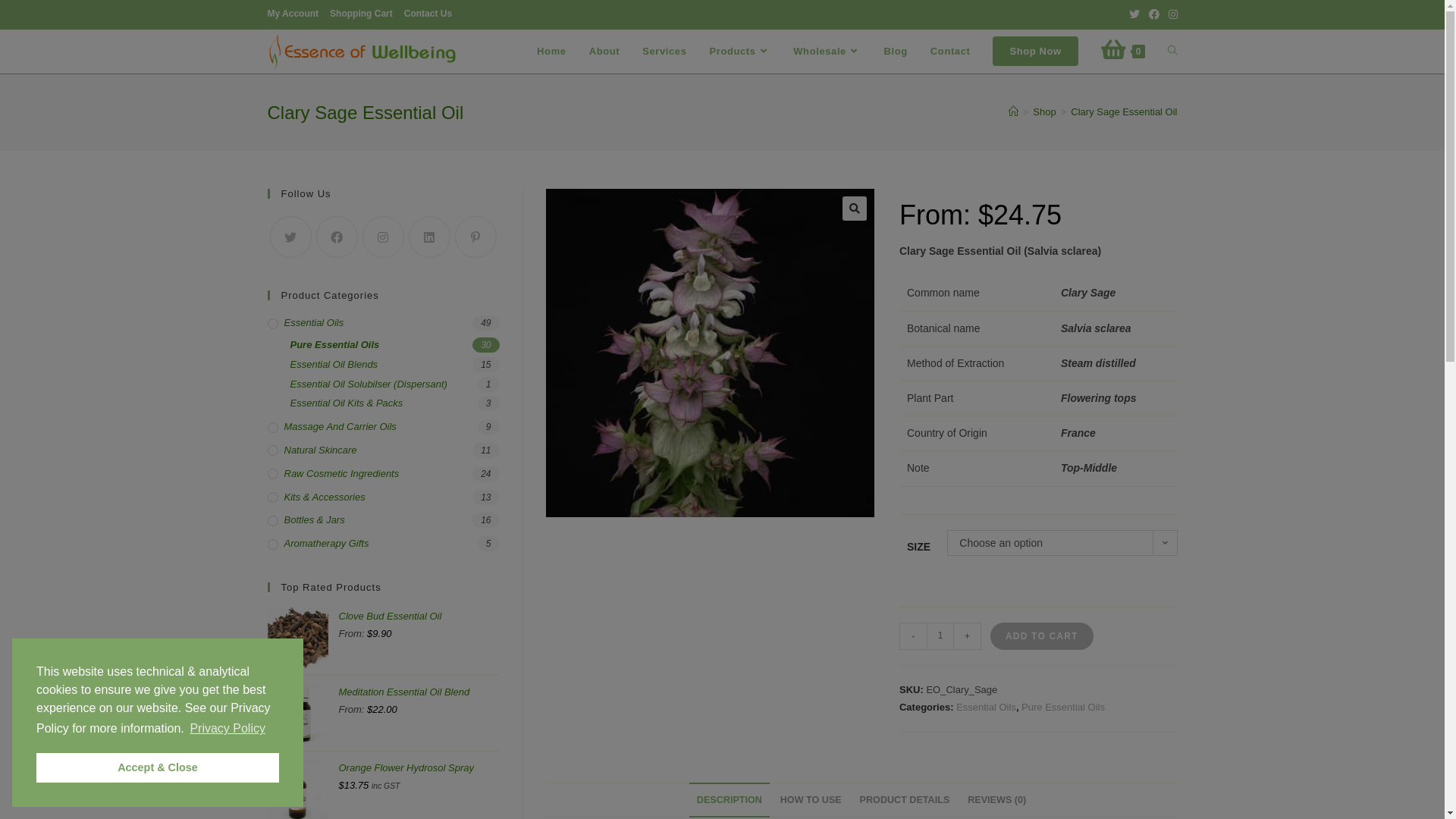 This screenshot has height=819, width=1456. I want to click on 'Shopping Cart', so click(360, 14).